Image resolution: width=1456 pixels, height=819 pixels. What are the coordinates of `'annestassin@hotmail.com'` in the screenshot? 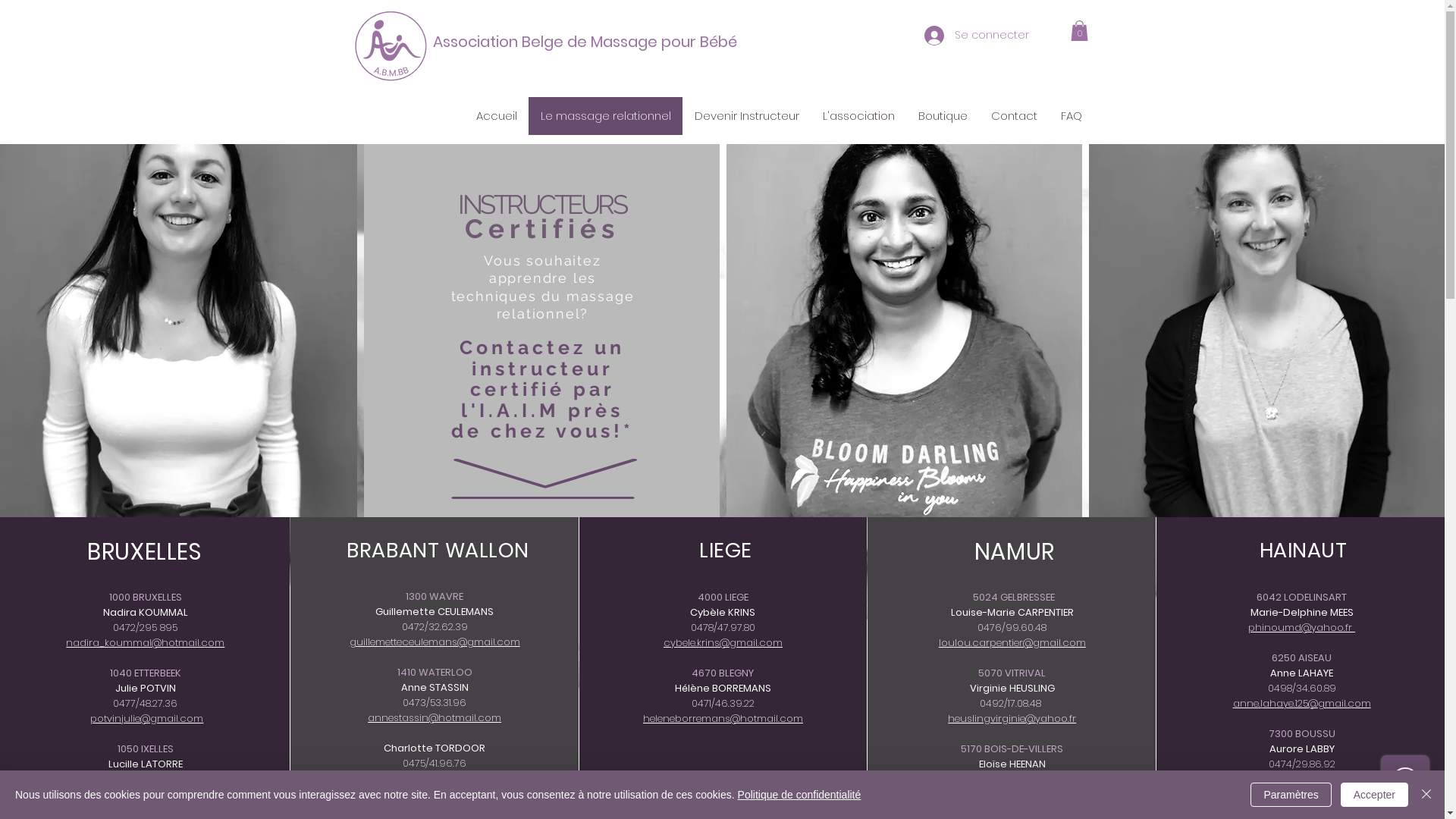 It's located at (433, 717).